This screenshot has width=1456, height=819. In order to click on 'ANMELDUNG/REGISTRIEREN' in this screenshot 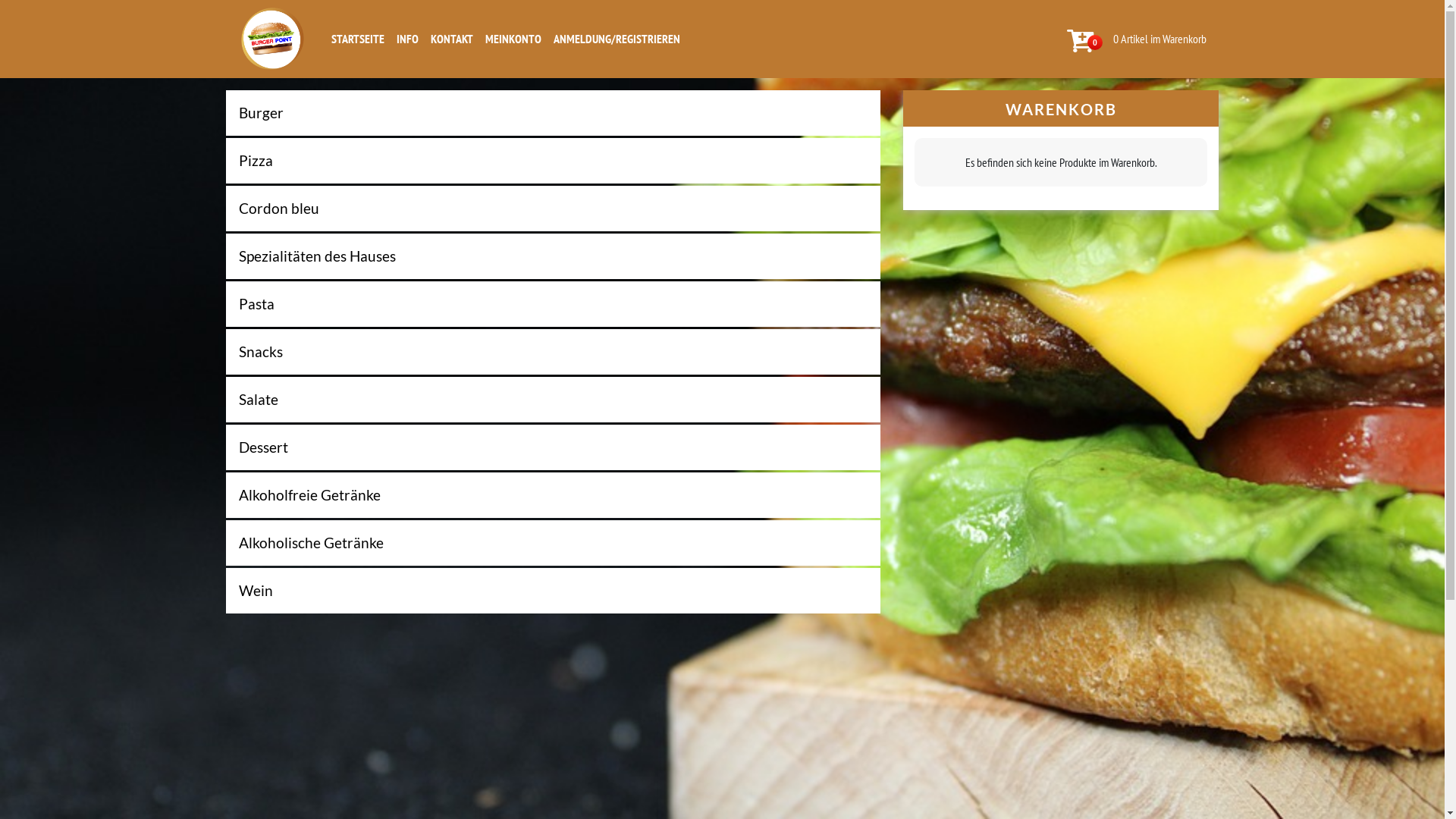, I will do `click(617, 37)`.